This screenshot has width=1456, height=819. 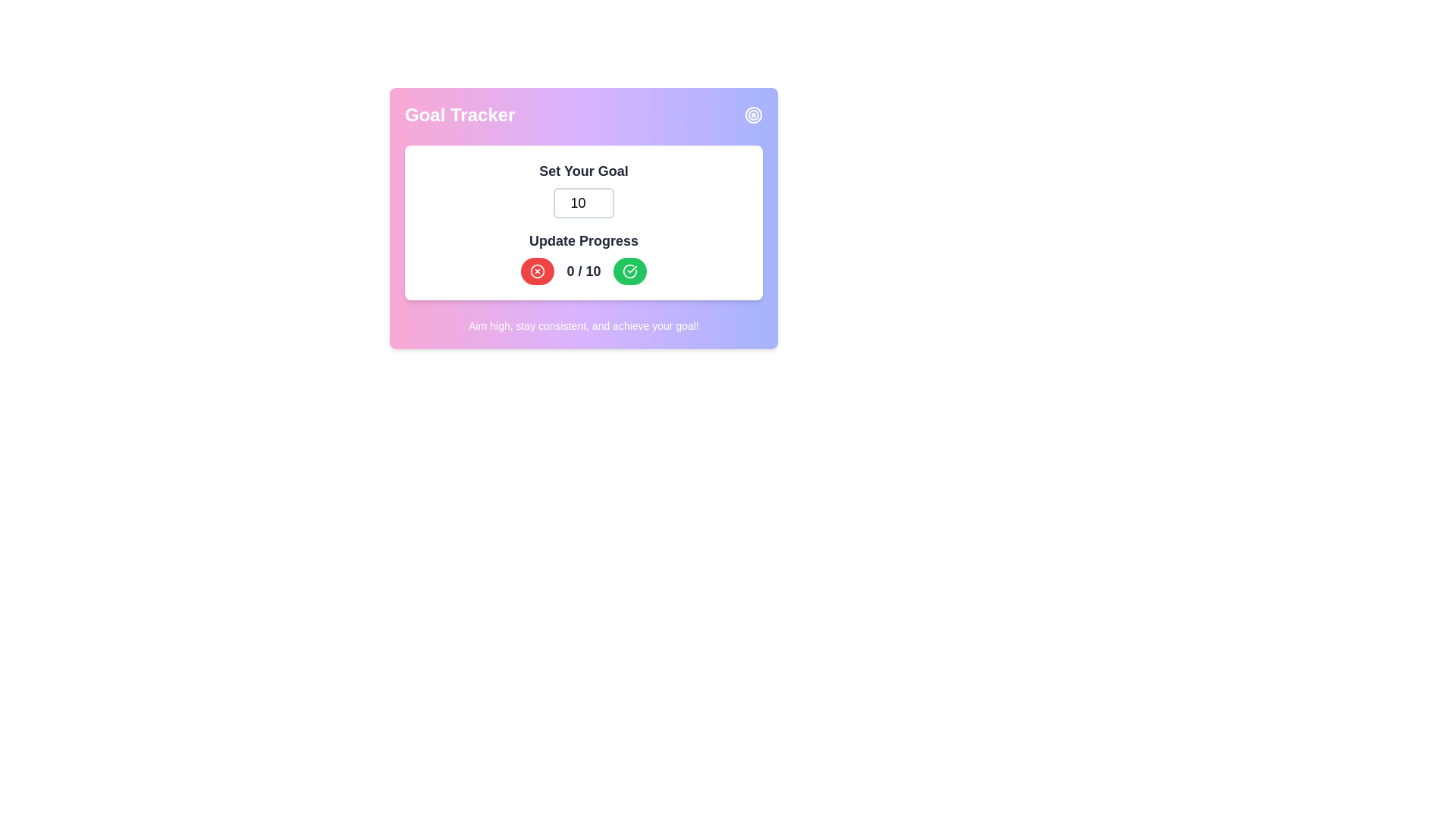 What do you see at coordinates (582, 271) in the screenshot?
I see `the text display showing '0 / 10' in the 'Update Progress' section, positioned between the decrease (red) and increase (green) buttons` at bounding box center [582, 271].